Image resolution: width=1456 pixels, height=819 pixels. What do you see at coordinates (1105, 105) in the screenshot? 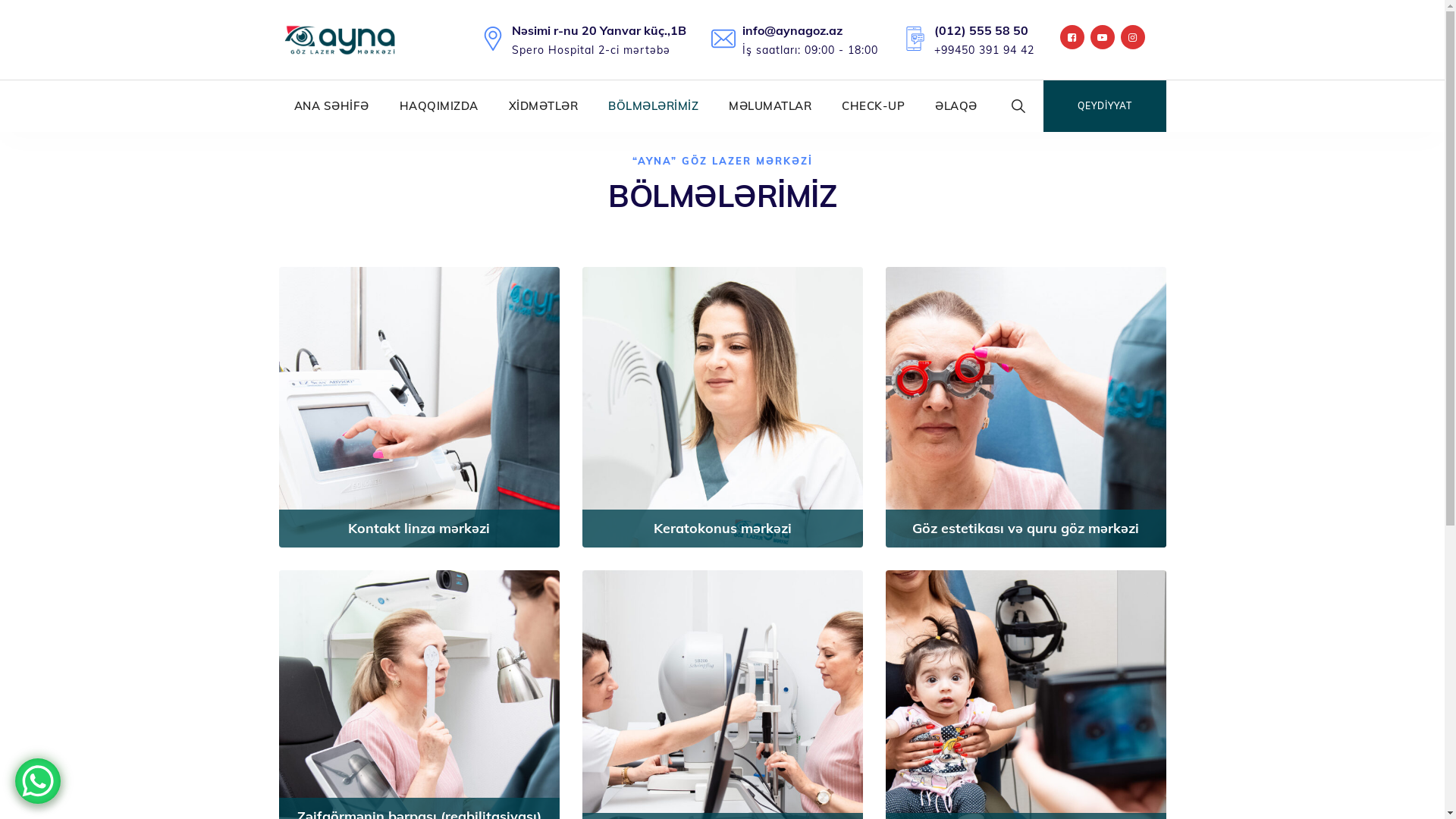
I see `'QEYDIYYAT'` at bounding box center [1105, 105].